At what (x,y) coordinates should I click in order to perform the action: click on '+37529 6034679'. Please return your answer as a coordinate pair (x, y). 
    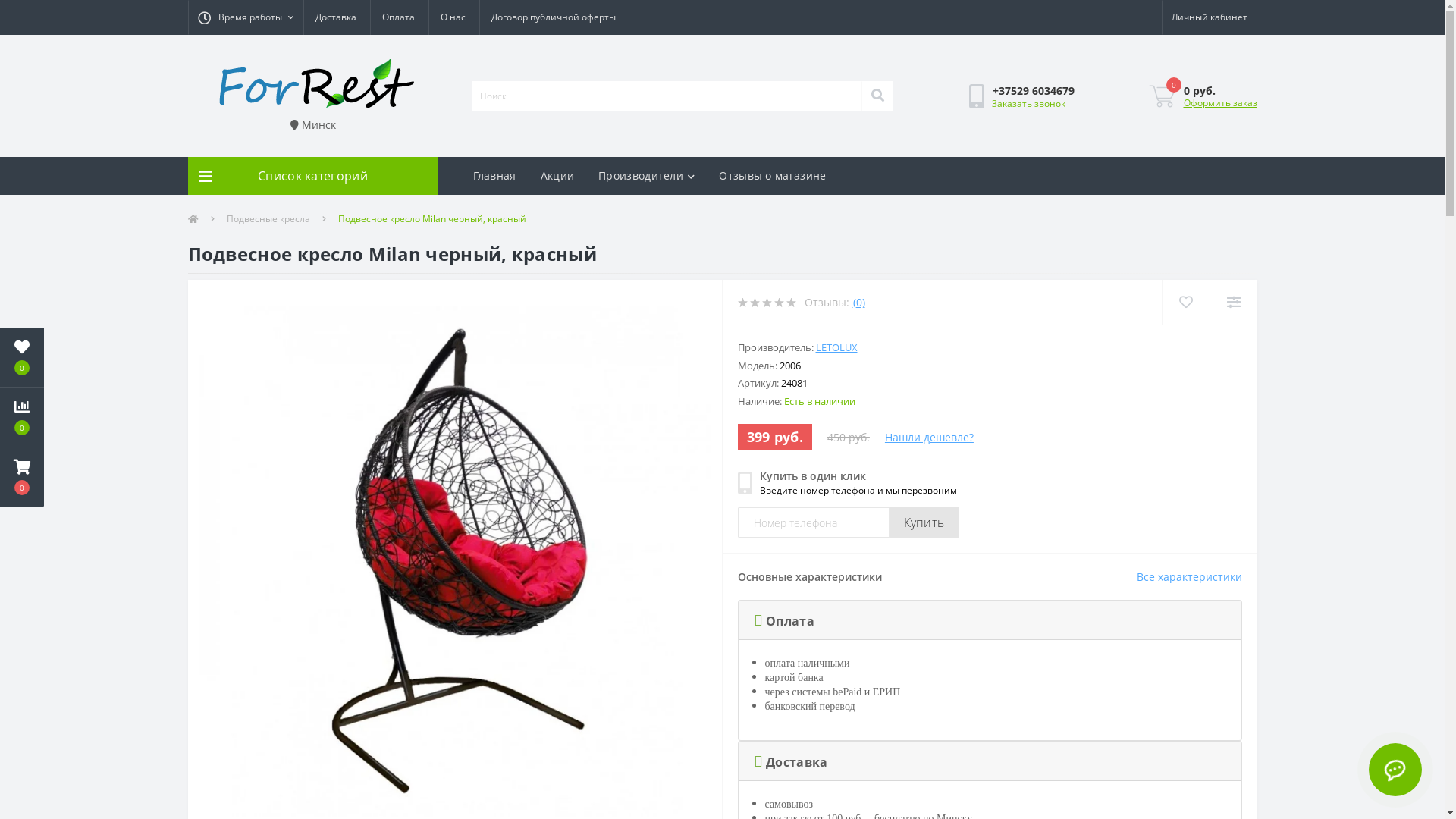
    Looking at the image, I should click on (1033, 90).